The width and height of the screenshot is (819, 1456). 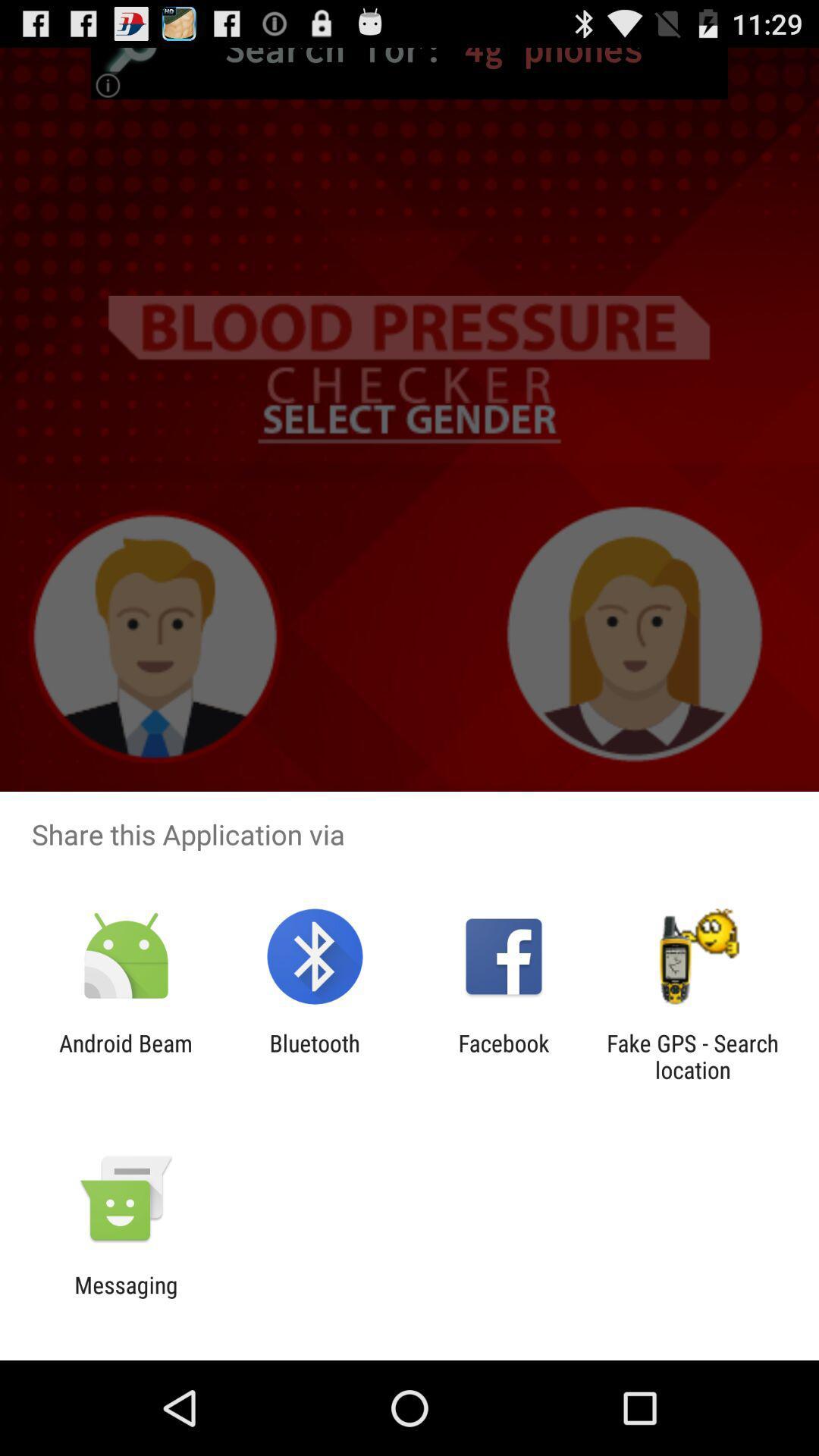 What do you see at coordinates (692, 1056) in the screenshot?
I see `icon to the right of the facebook app` at bounding box center [692, 1056].